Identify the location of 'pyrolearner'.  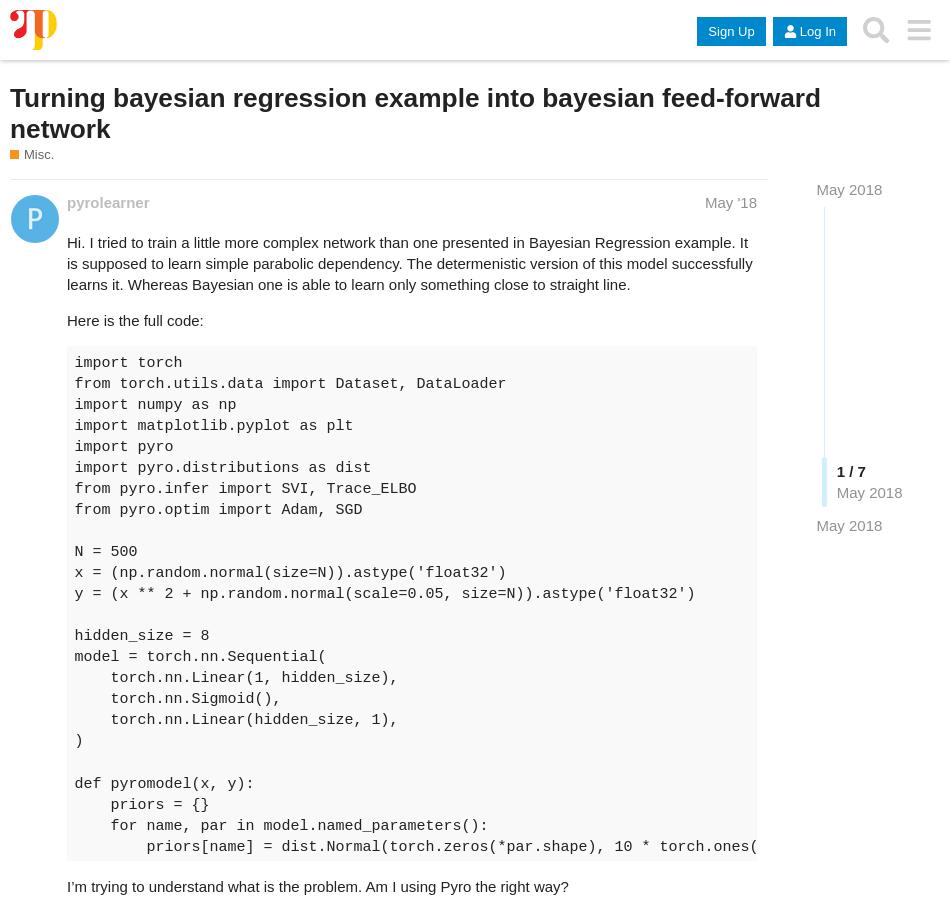
(108, 200).